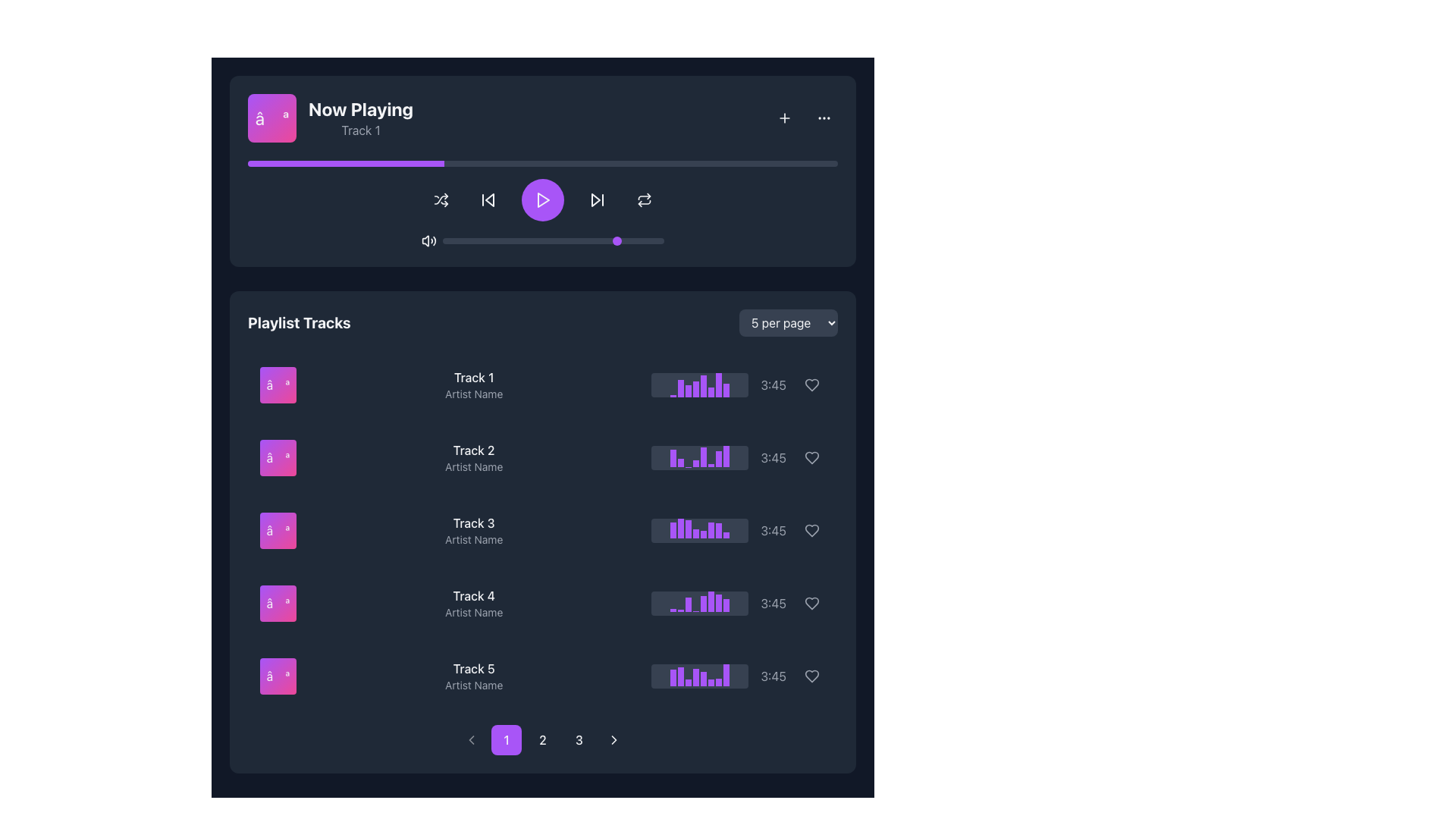 This screenshot has height=819, width=1456. What do you see at coordinates (811, 384) in the screenshot?
I see `the heart-shaped 'like' button located on the far right side of the first playlist track row` at bounding box center [811, 384].